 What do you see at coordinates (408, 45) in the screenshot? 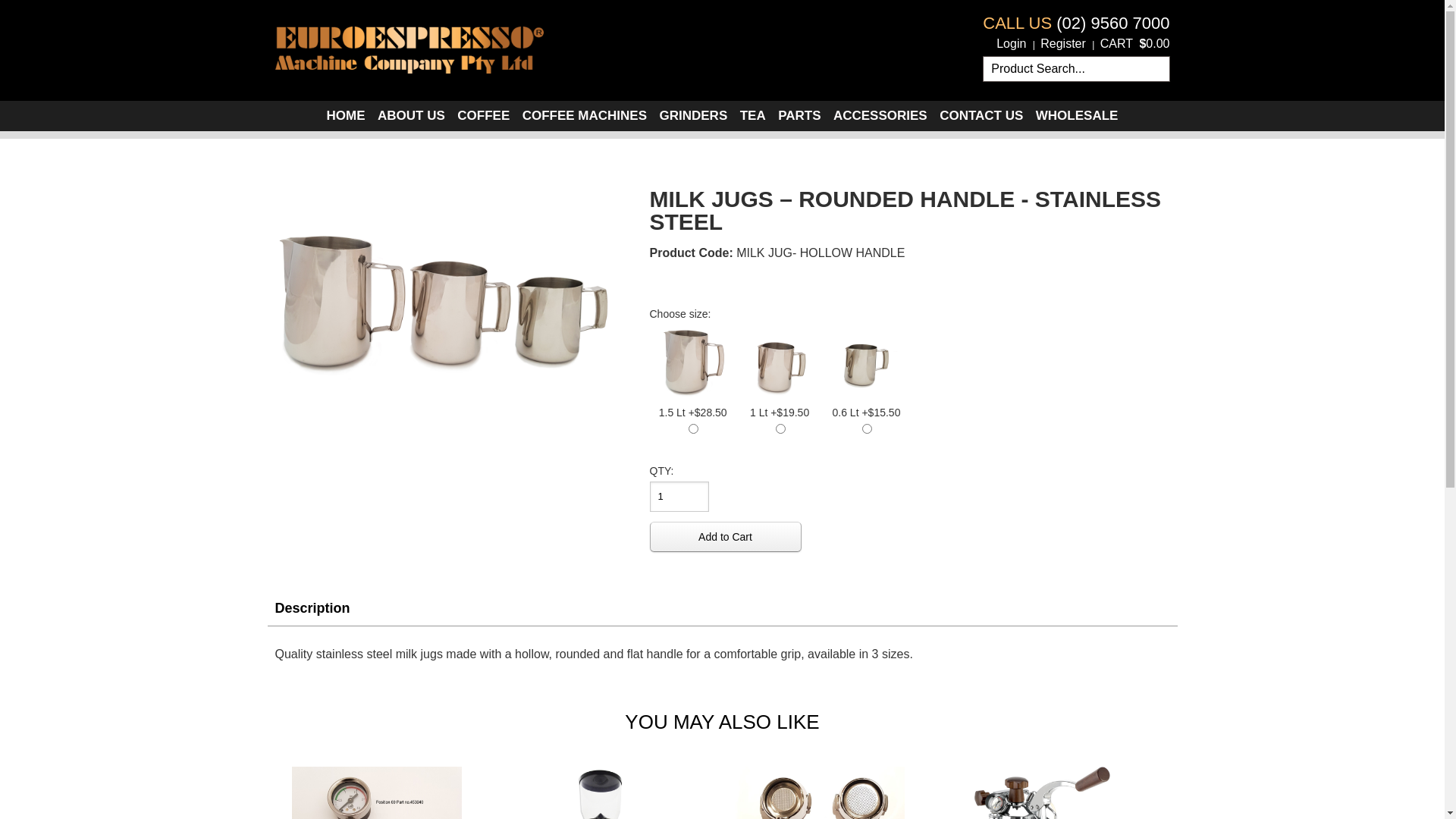
I see `'Euroespresso'` at bounding box center [408, 45].